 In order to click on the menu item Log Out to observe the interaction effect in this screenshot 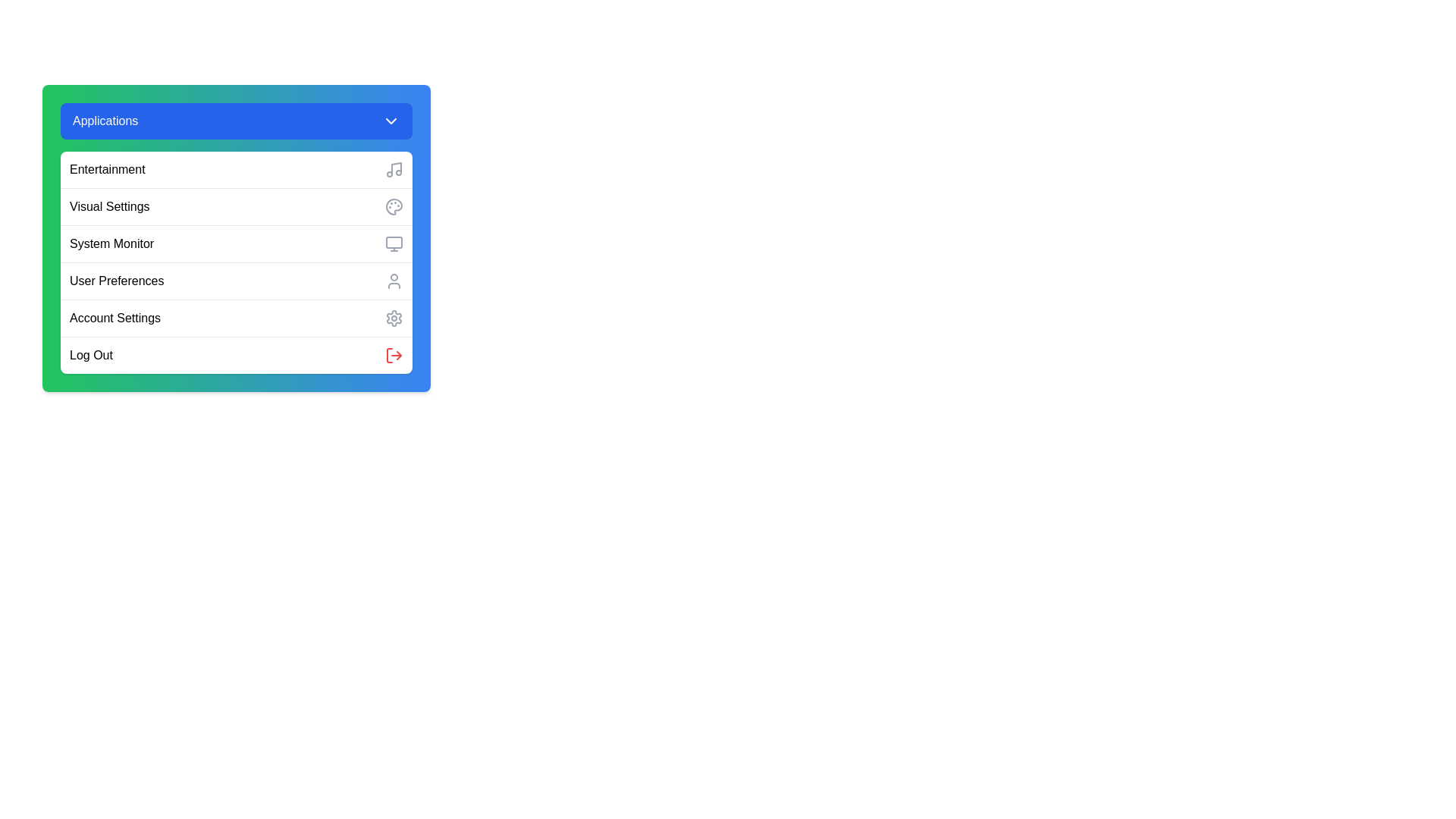, I will do `click(236, 355)`.